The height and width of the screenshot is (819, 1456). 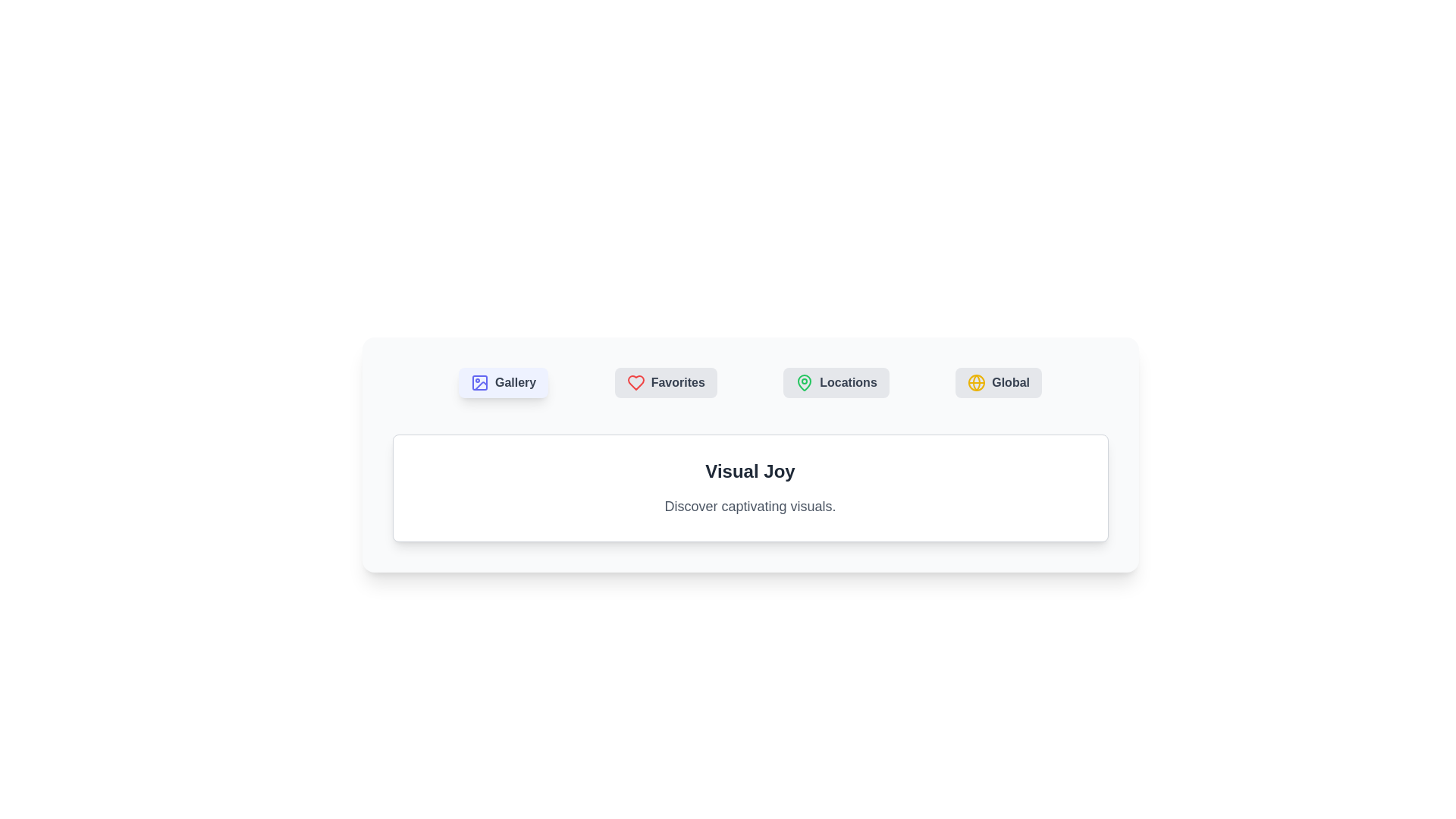 What do you see at coordinates (977, 382) in the screenshot?
I see `the icon of the button labeled Global` at bounding box center [977, 382].